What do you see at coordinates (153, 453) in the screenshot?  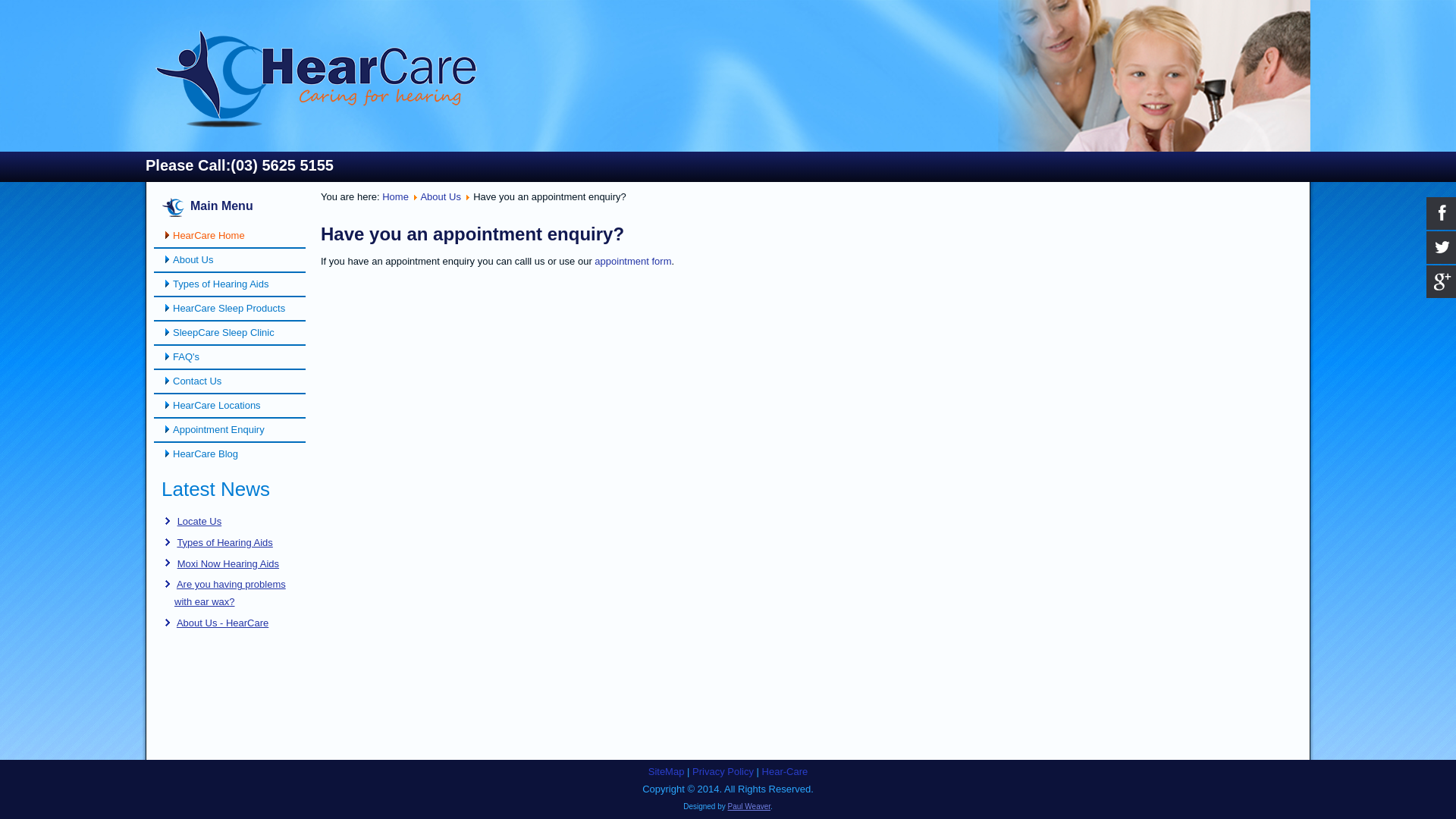 I see `'HearCare Blog'` at bounding box center [153, 453].